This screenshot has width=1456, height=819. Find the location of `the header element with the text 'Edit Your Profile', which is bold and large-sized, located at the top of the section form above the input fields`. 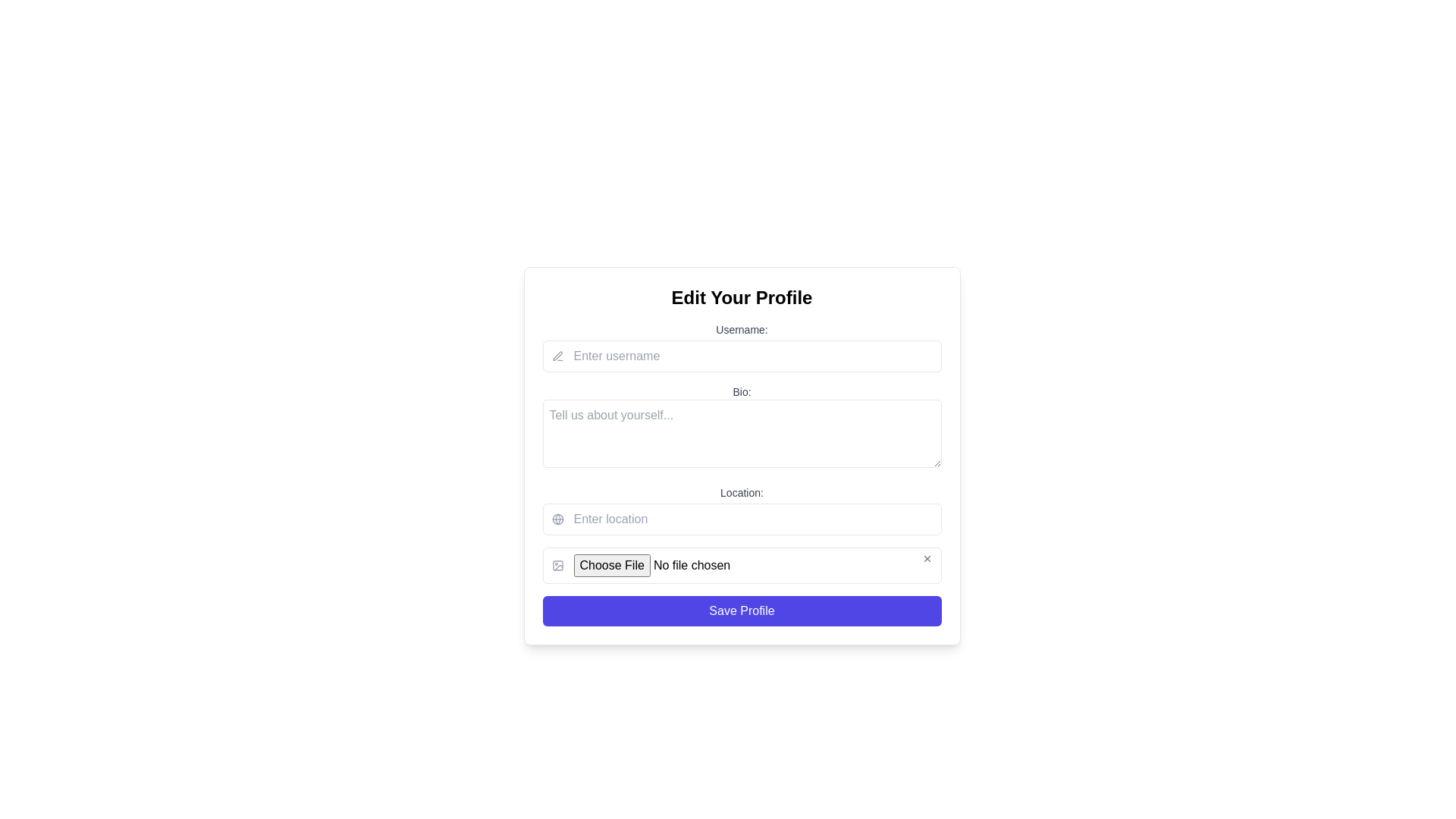

the header element with the text 'Edit Your Profile', which is bold and large-sized, located at the top of the section form above the input fields is located at coordinates (742, 298).